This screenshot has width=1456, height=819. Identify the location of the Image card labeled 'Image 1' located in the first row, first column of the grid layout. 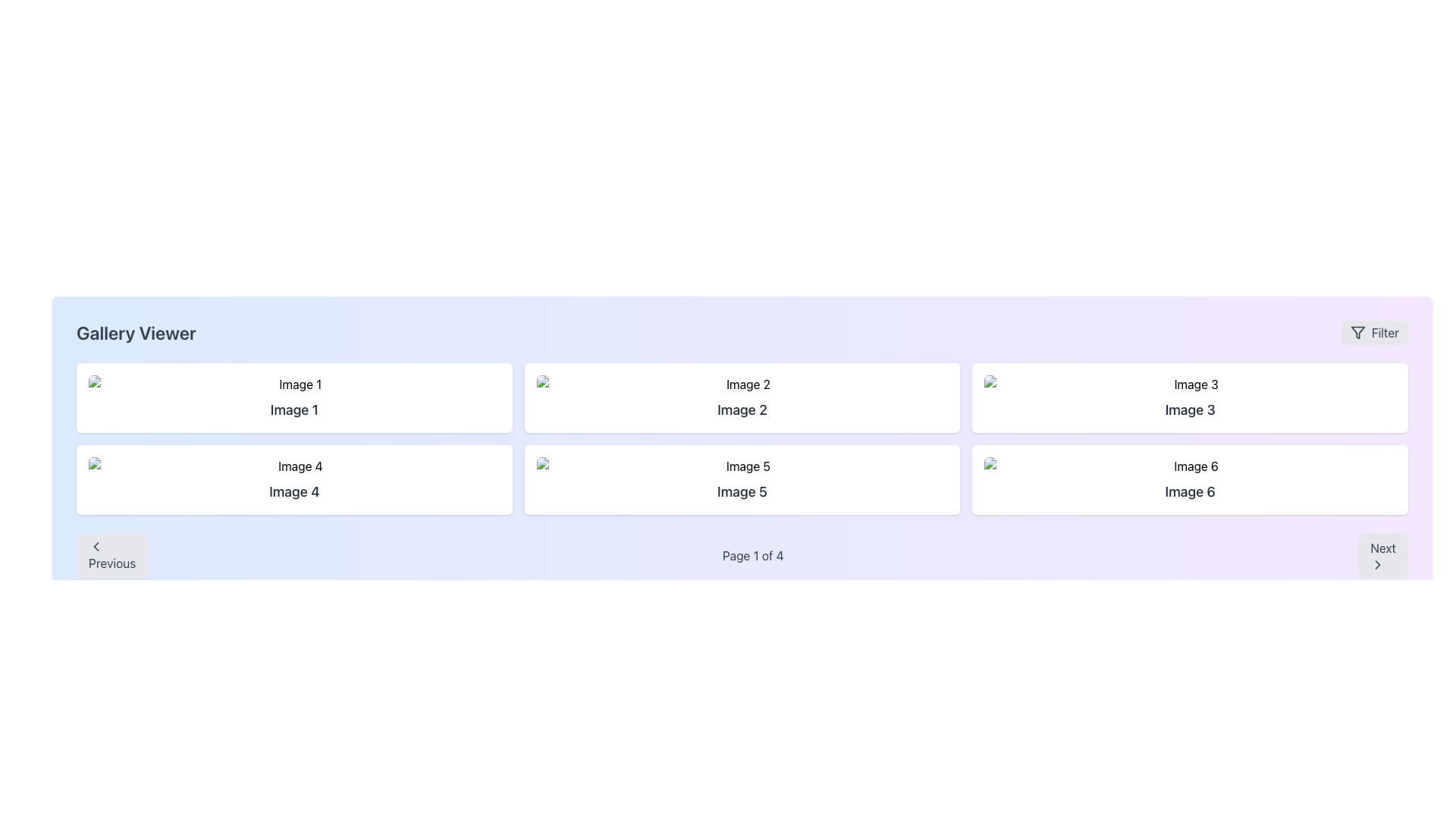
(294, 397).